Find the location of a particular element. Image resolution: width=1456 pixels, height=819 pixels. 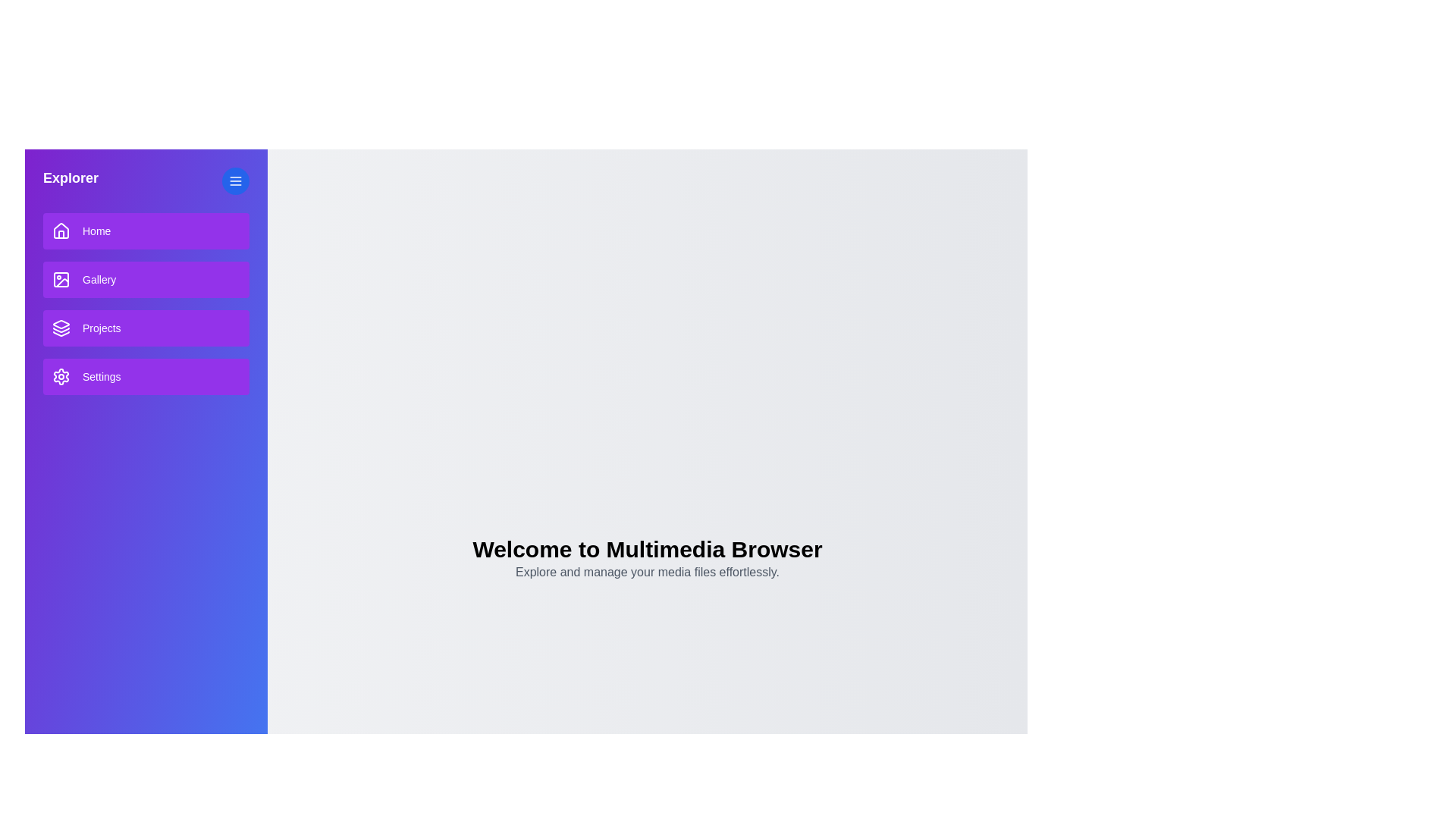

the 'Projects' button to navigate to the 'Projects' section is located at coordinates (146, 327).